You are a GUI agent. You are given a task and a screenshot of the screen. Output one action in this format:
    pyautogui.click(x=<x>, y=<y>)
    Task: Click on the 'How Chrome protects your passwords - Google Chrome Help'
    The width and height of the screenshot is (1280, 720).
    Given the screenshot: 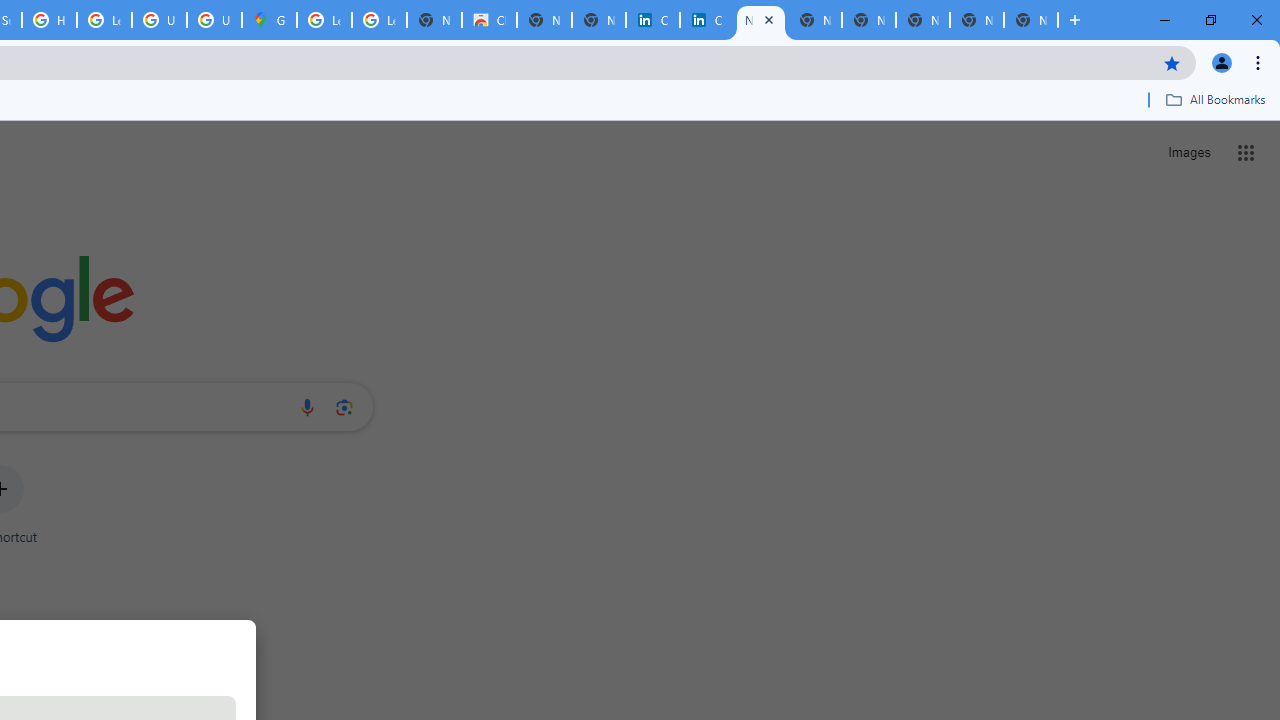 What is the action you would take?
    pyautogui.click(x=49, y=20)
    